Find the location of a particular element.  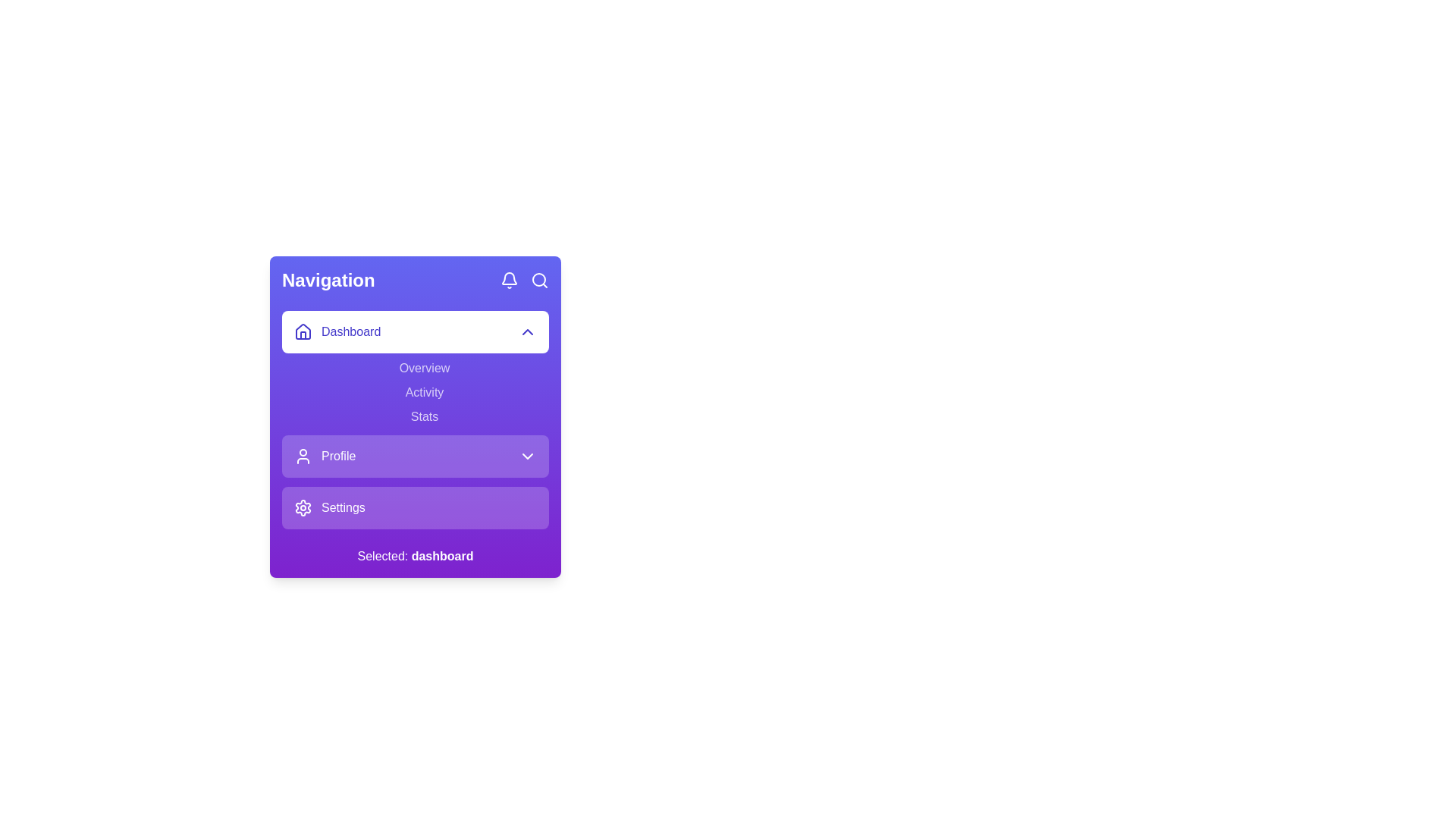

the 'Activity' text label, which is the second option in a vertical list of navigation items, to view the associated page is located at coordinates (425, 391).